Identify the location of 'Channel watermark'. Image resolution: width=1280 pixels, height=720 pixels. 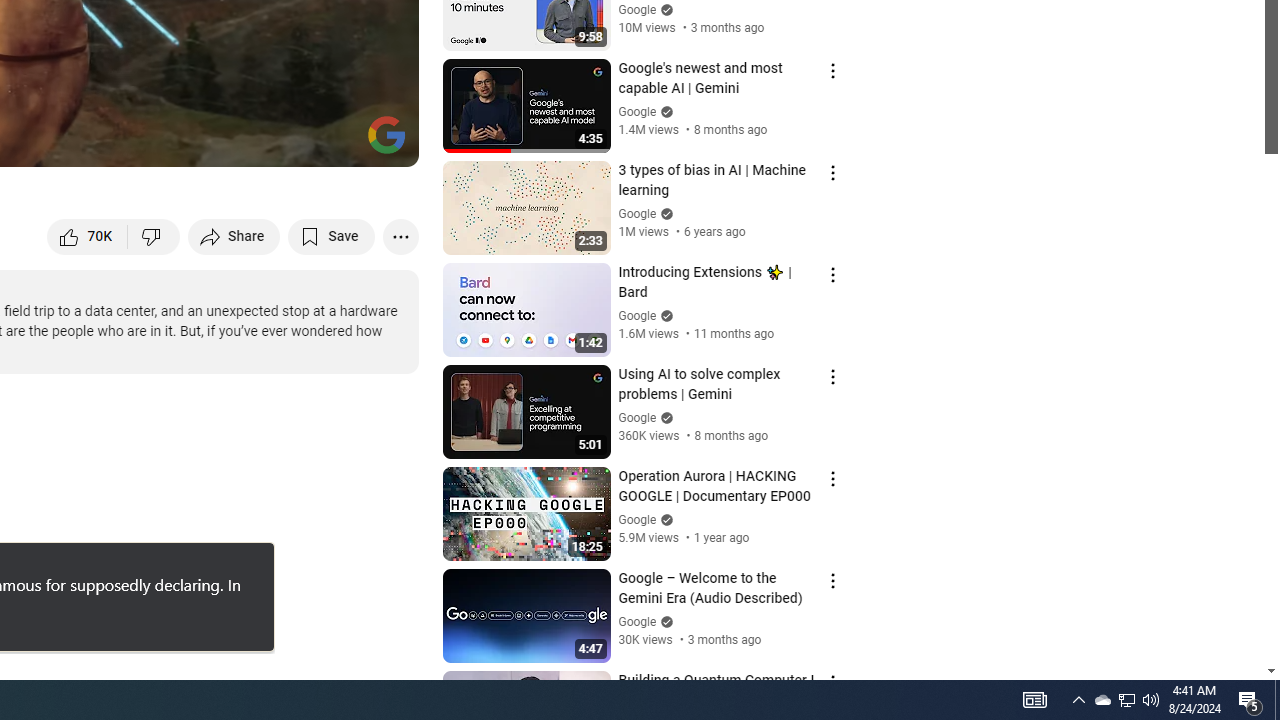
(386, 135).